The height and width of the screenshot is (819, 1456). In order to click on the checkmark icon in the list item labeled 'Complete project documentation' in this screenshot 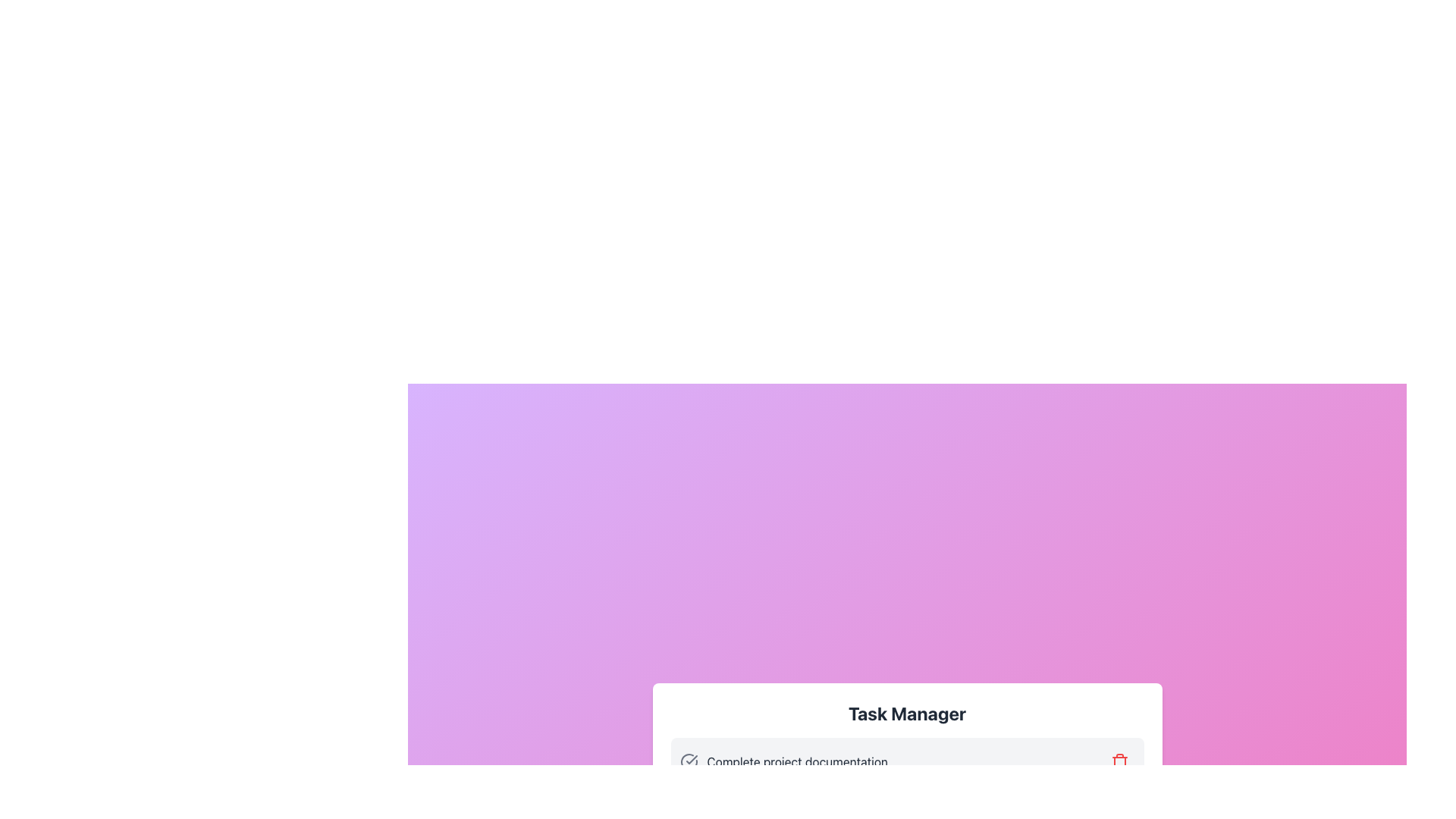, I will do `click(783, 762)`.